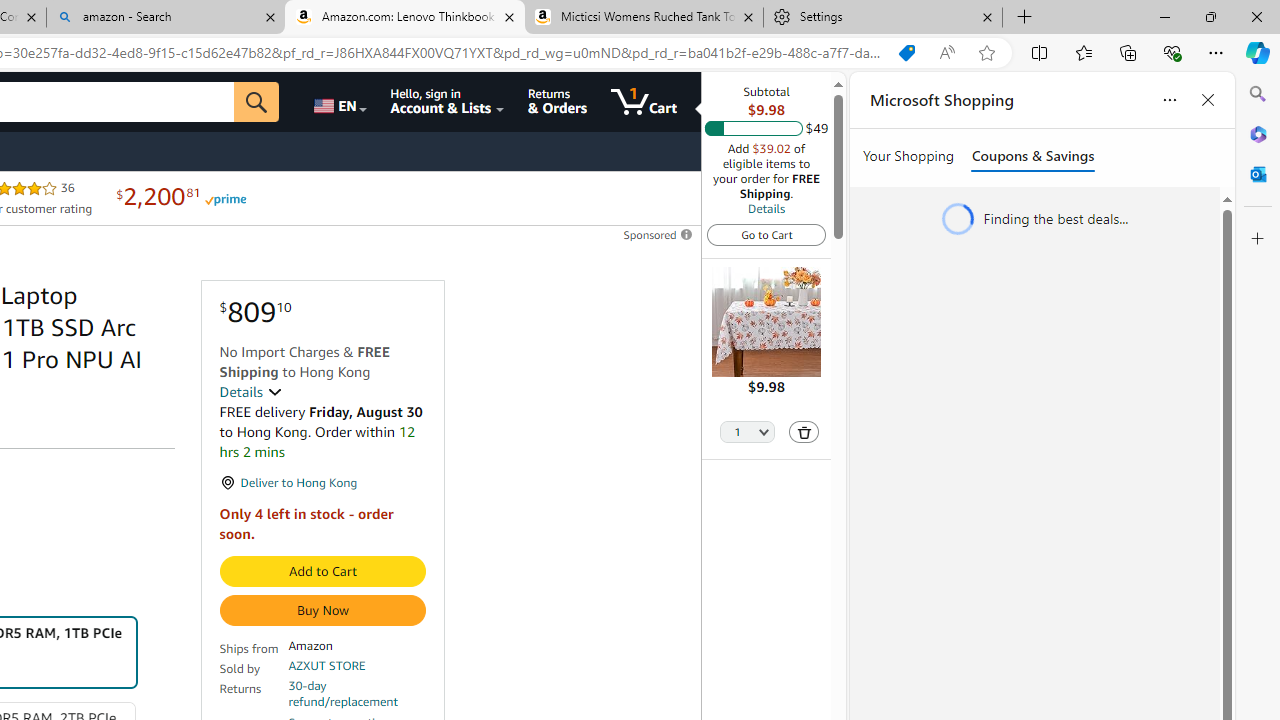 The width and height of the screenshot is (1280, 720). What do you see at coordinates (1257, 173) in the screenshot?
I see `'Outlook'` at bounding box center [1257, 173].